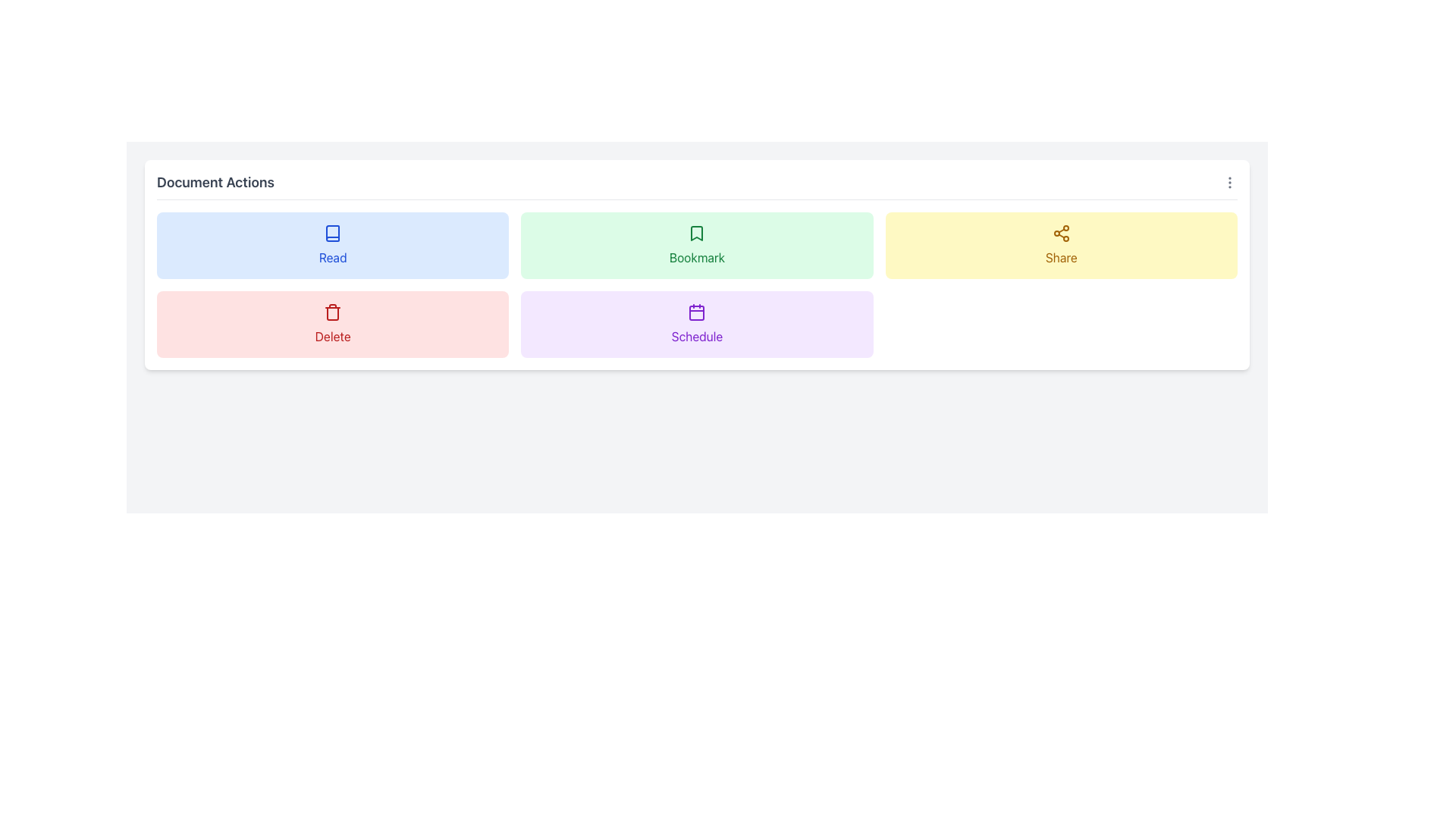  I want to click on the simplified book icon within the blue rectangular card labeled 'Read', so click(332, 234).